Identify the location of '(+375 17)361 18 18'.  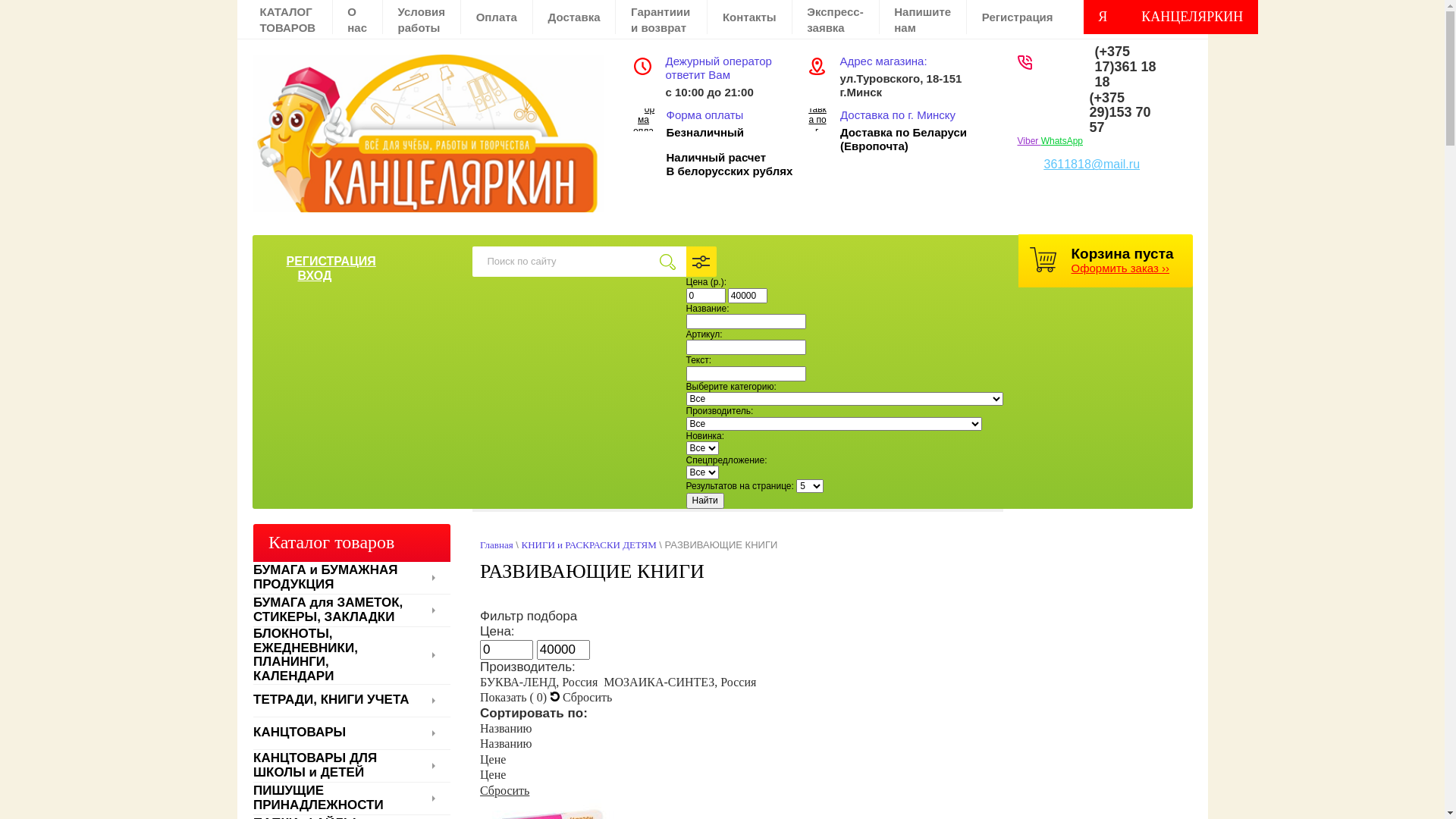
(1125, 66).